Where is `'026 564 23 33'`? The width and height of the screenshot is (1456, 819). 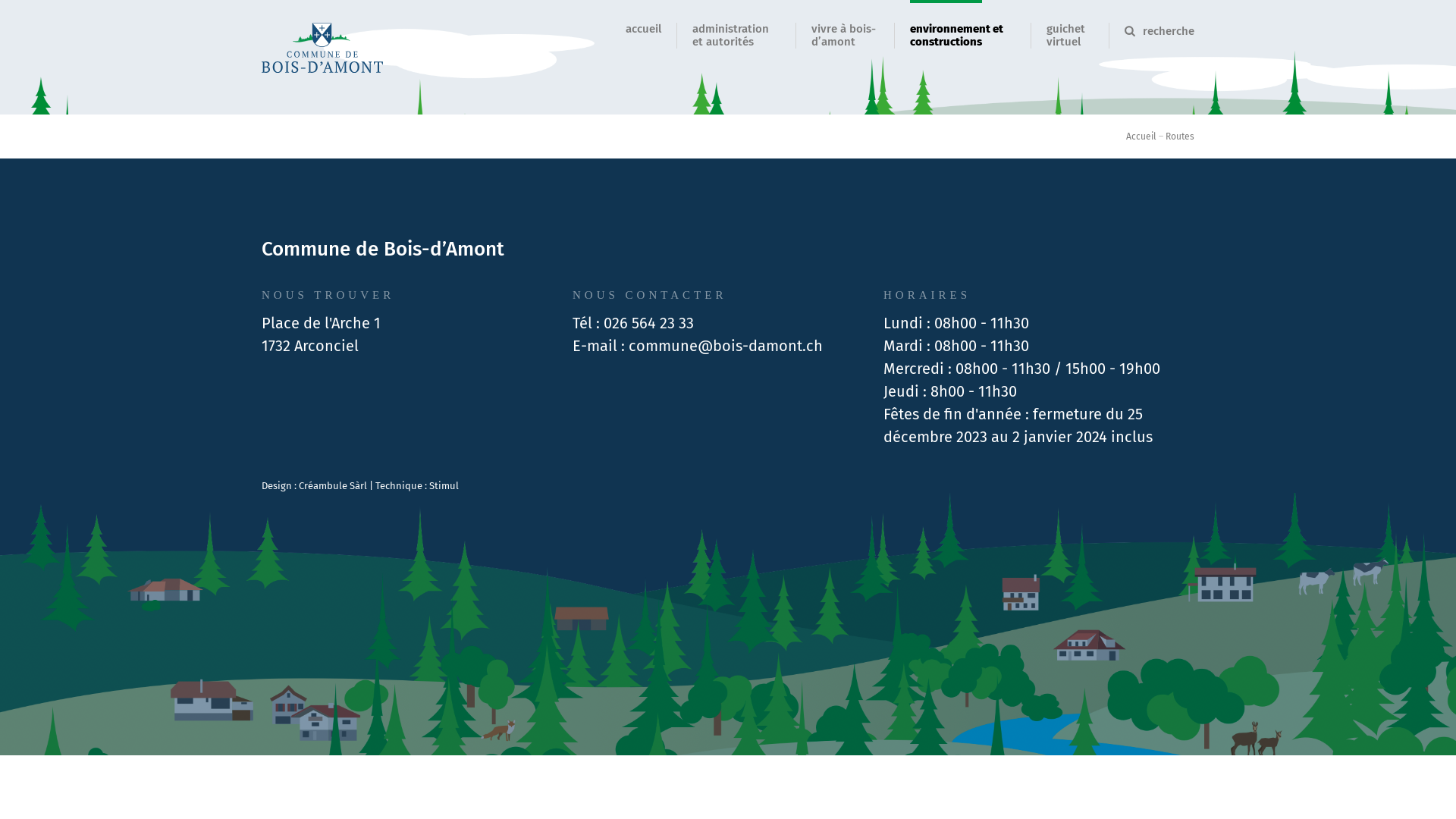 '026 564 23 33' is located at coordinates (648, 321).